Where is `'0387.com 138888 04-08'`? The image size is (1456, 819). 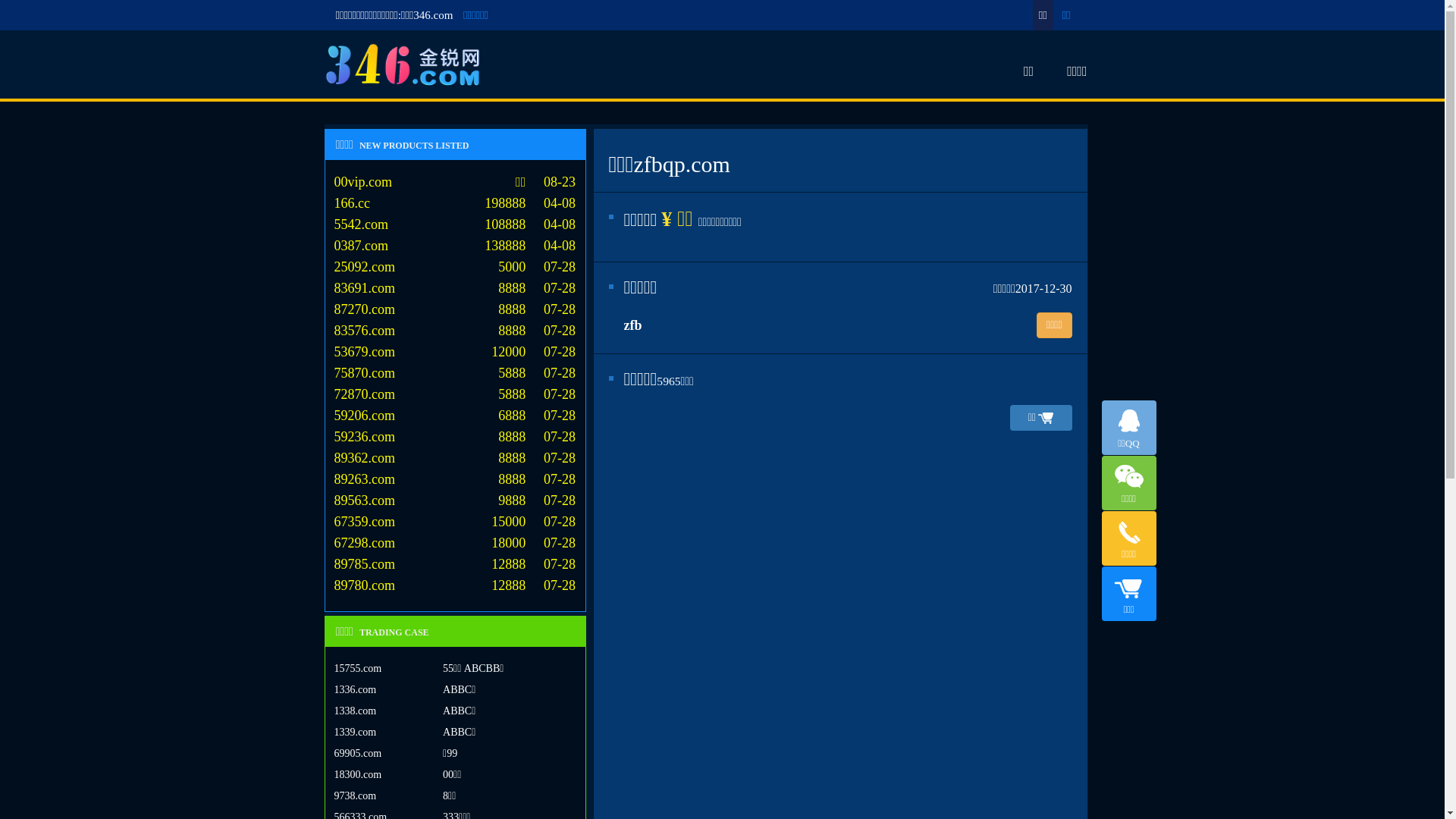
'0387.com 138888 04-08' is located at coordinates (453, 250).